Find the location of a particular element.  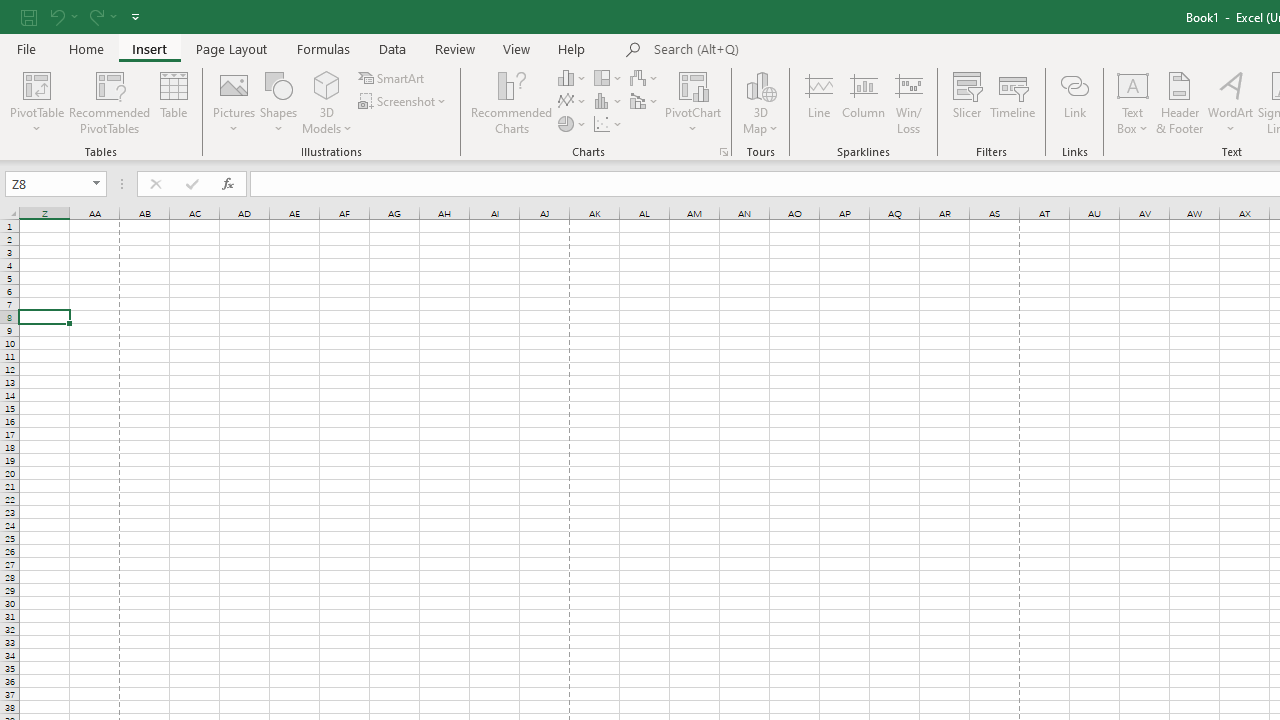

'3D Map' is located at coordinates (759, 103).